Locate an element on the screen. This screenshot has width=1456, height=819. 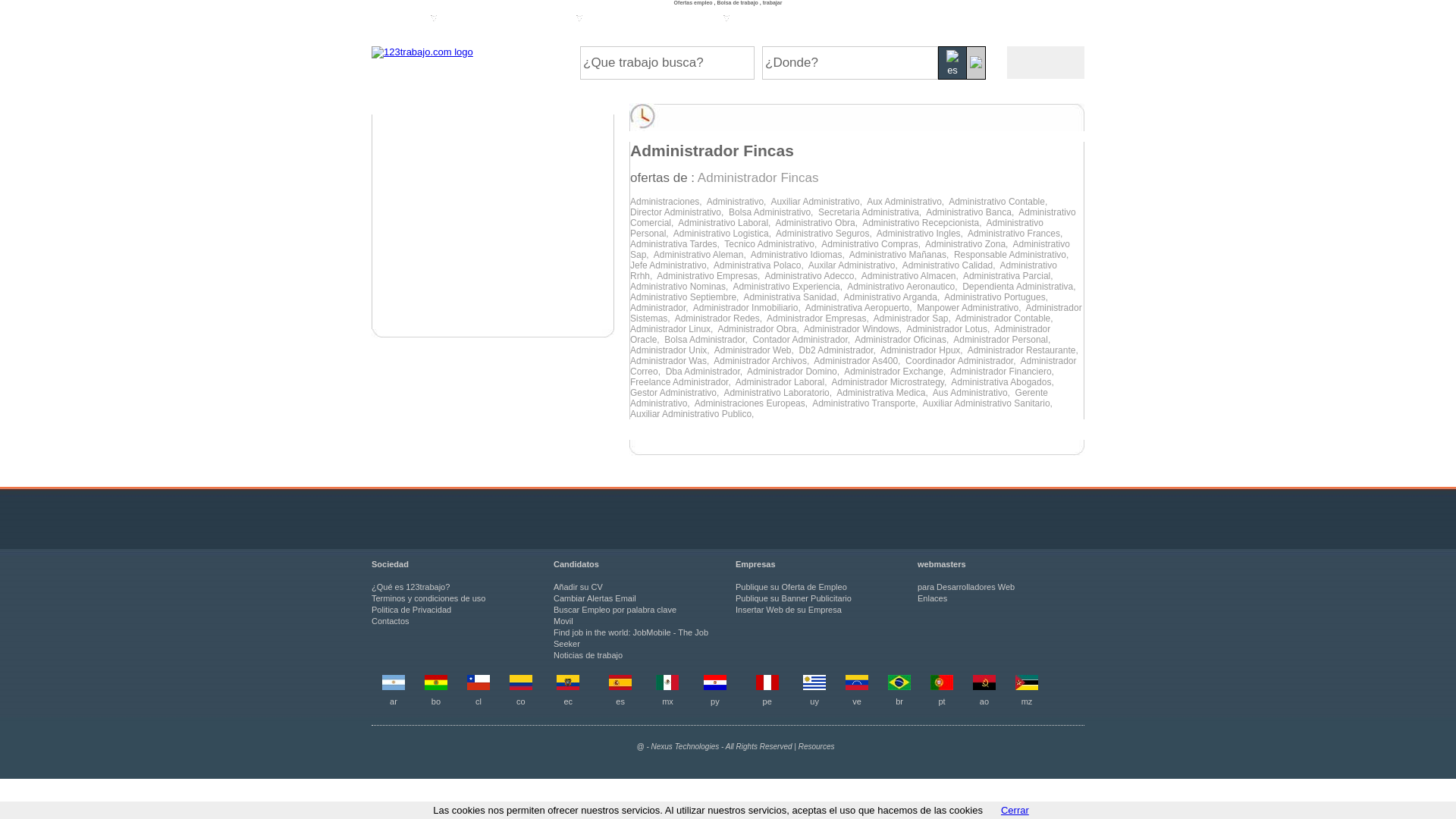
'Auxiliar Administrativo Publico, ' is located at coordinates (692, 414).